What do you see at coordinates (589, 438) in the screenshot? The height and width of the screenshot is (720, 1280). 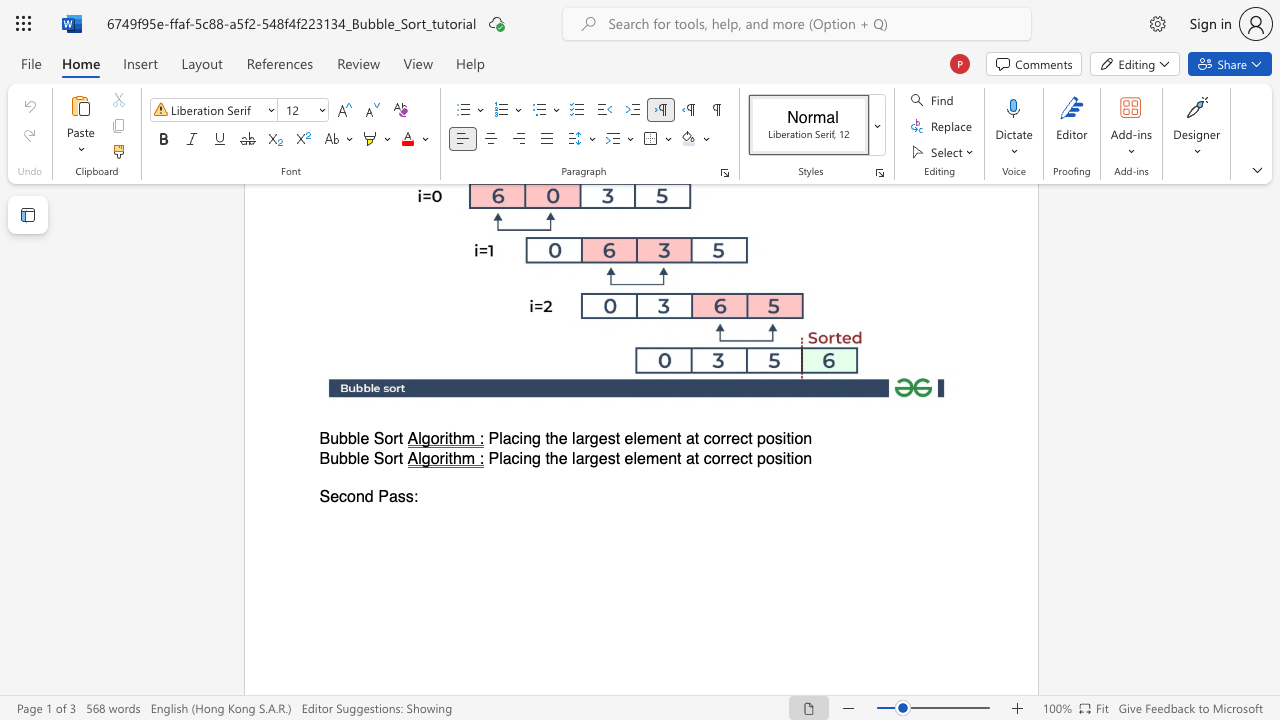 I see `the space between the continuous character "r" and "g" in the text` at bounding box center [589, 438].